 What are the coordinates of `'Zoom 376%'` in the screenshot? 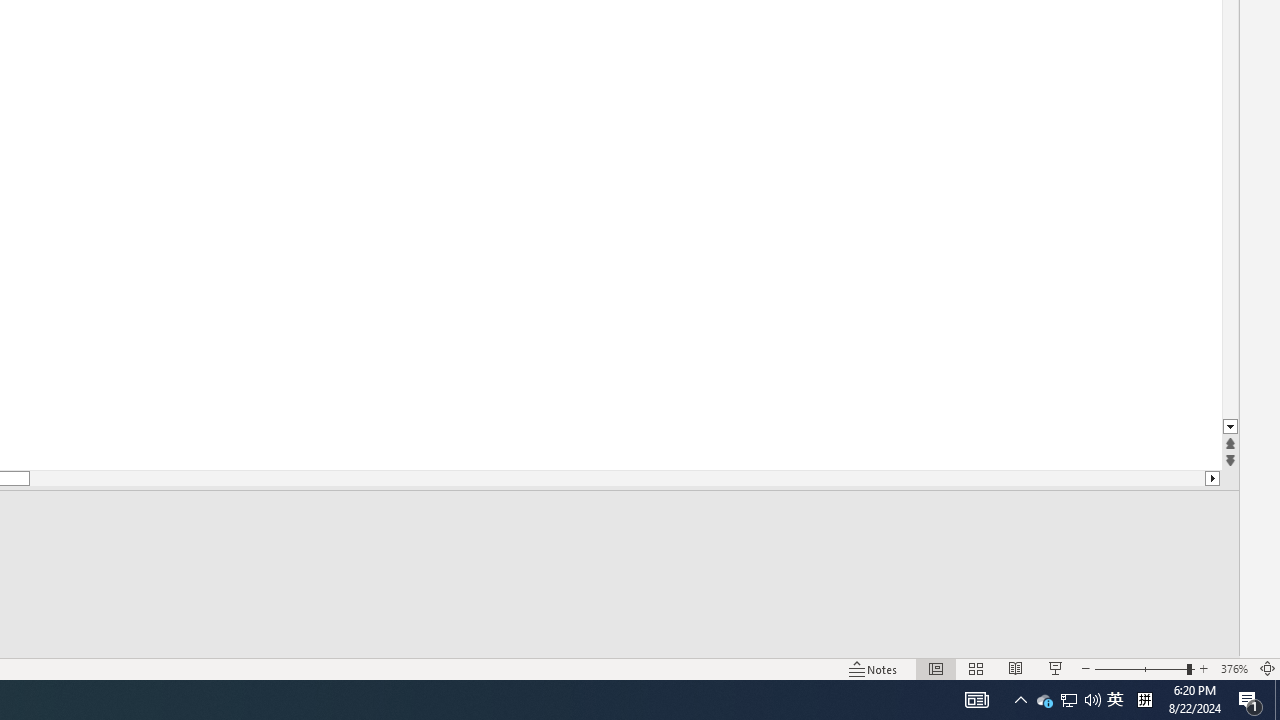 It's located at (1233, 669).